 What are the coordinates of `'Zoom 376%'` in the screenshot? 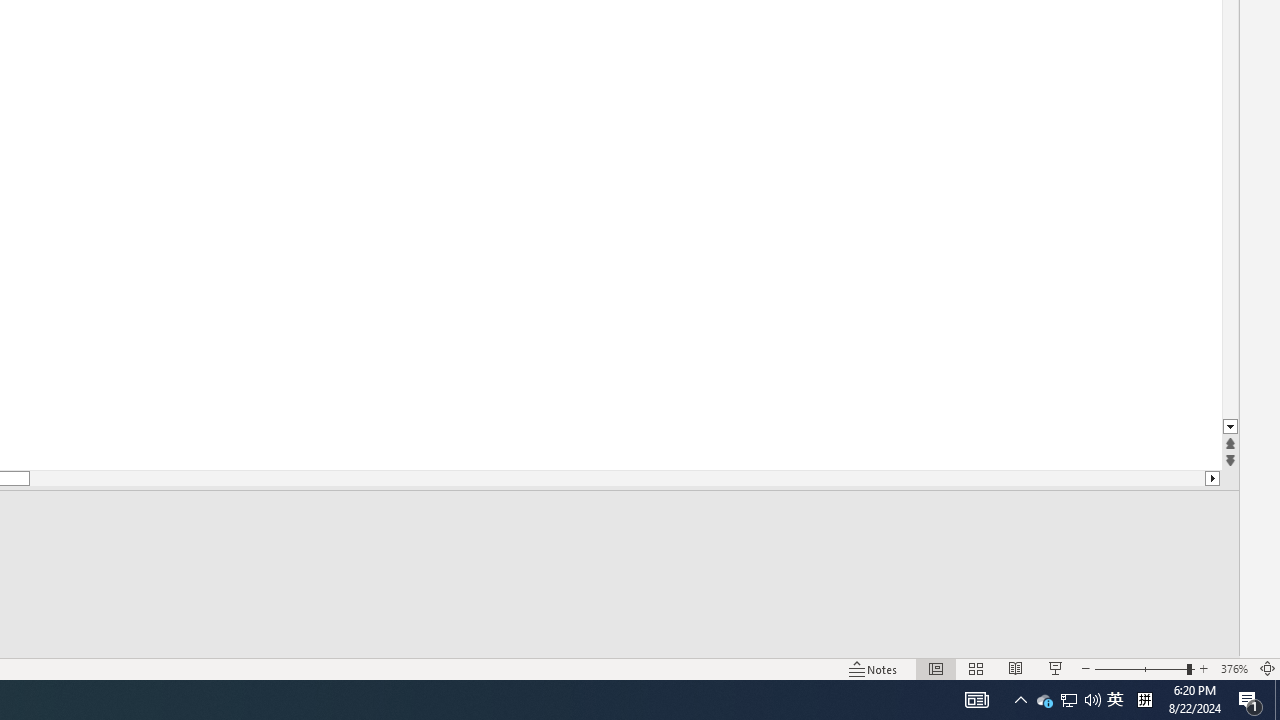 It's located at (1233, 669).